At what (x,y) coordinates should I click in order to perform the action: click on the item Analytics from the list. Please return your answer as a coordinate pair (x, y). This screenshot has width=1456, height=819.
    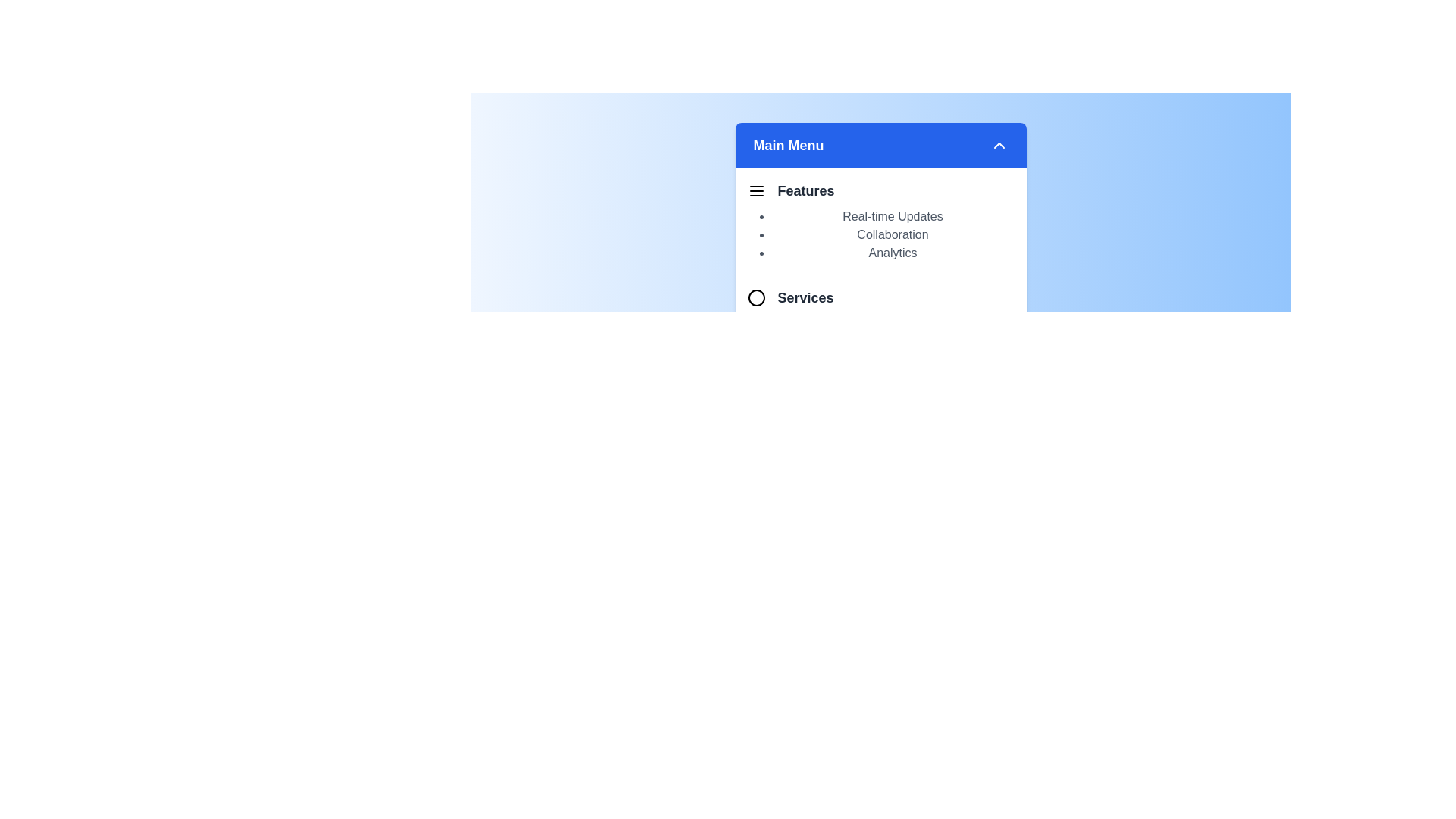
    Looking at the image, I should click on (893, 253).